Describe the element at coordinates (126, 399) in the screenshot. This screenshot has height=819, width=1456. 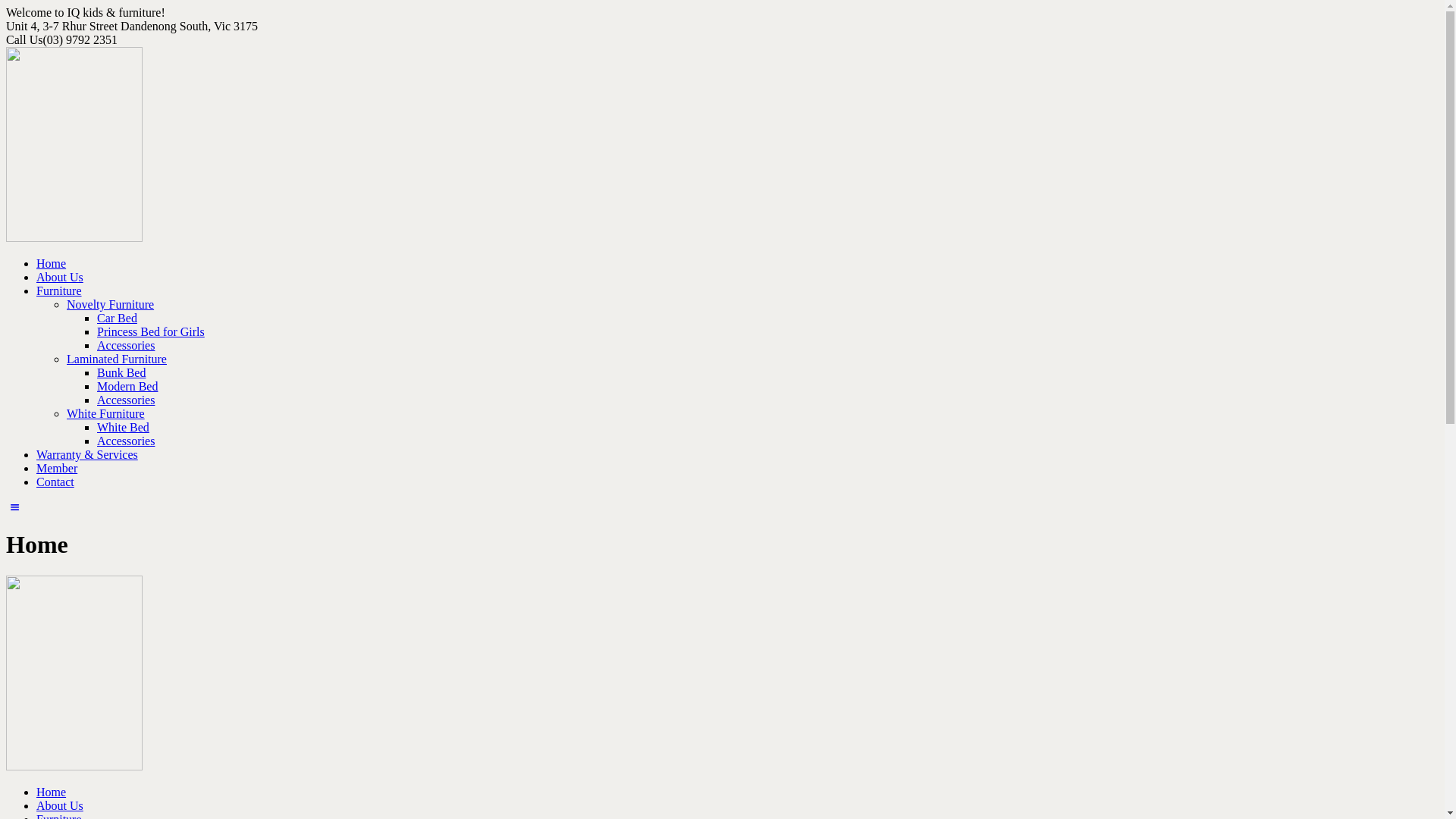
I see `'Accessories'` at that location.